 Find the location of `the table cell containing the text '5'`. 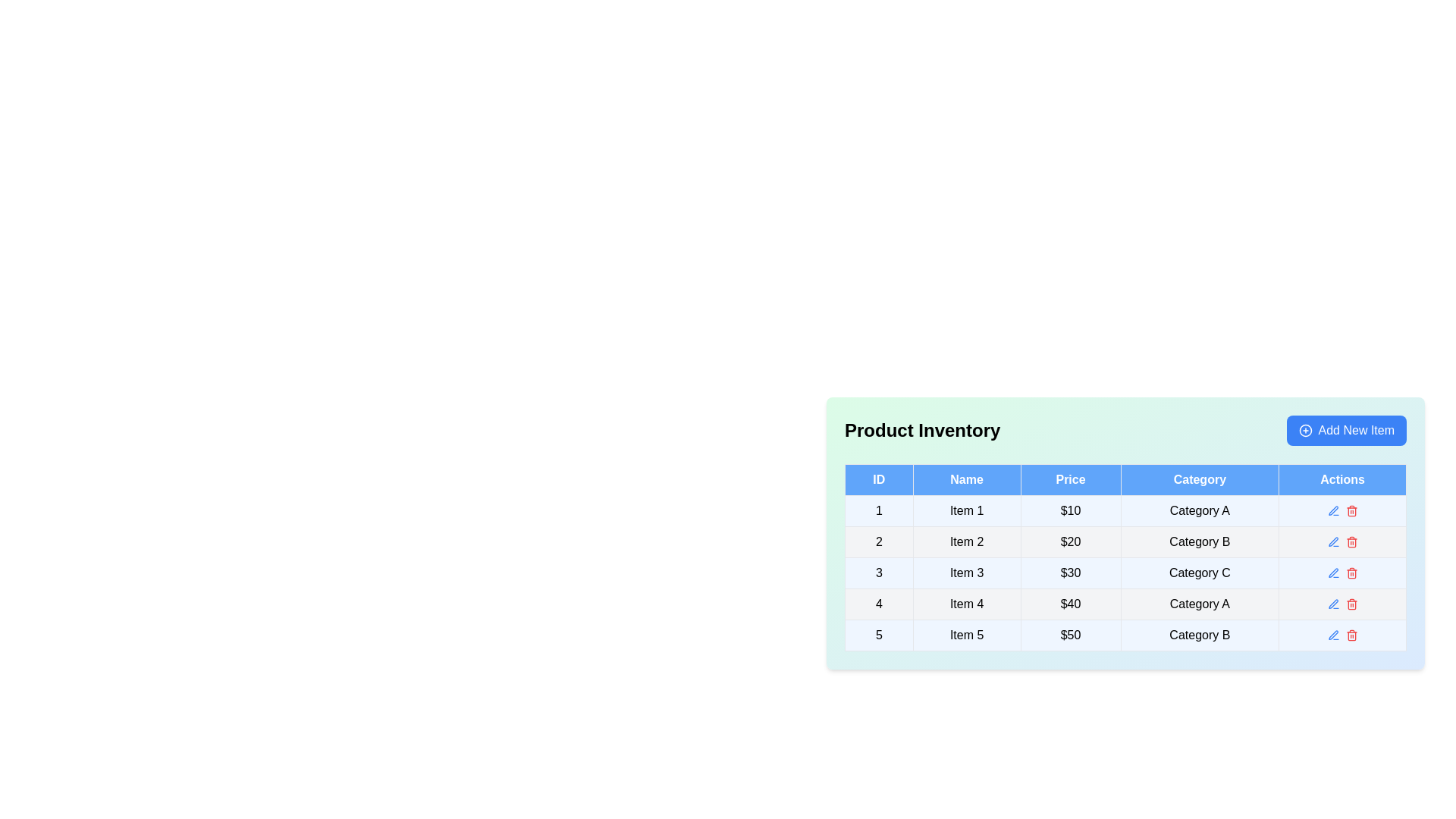

the table cell containing the text '5' is located at coordinates (879, 635).